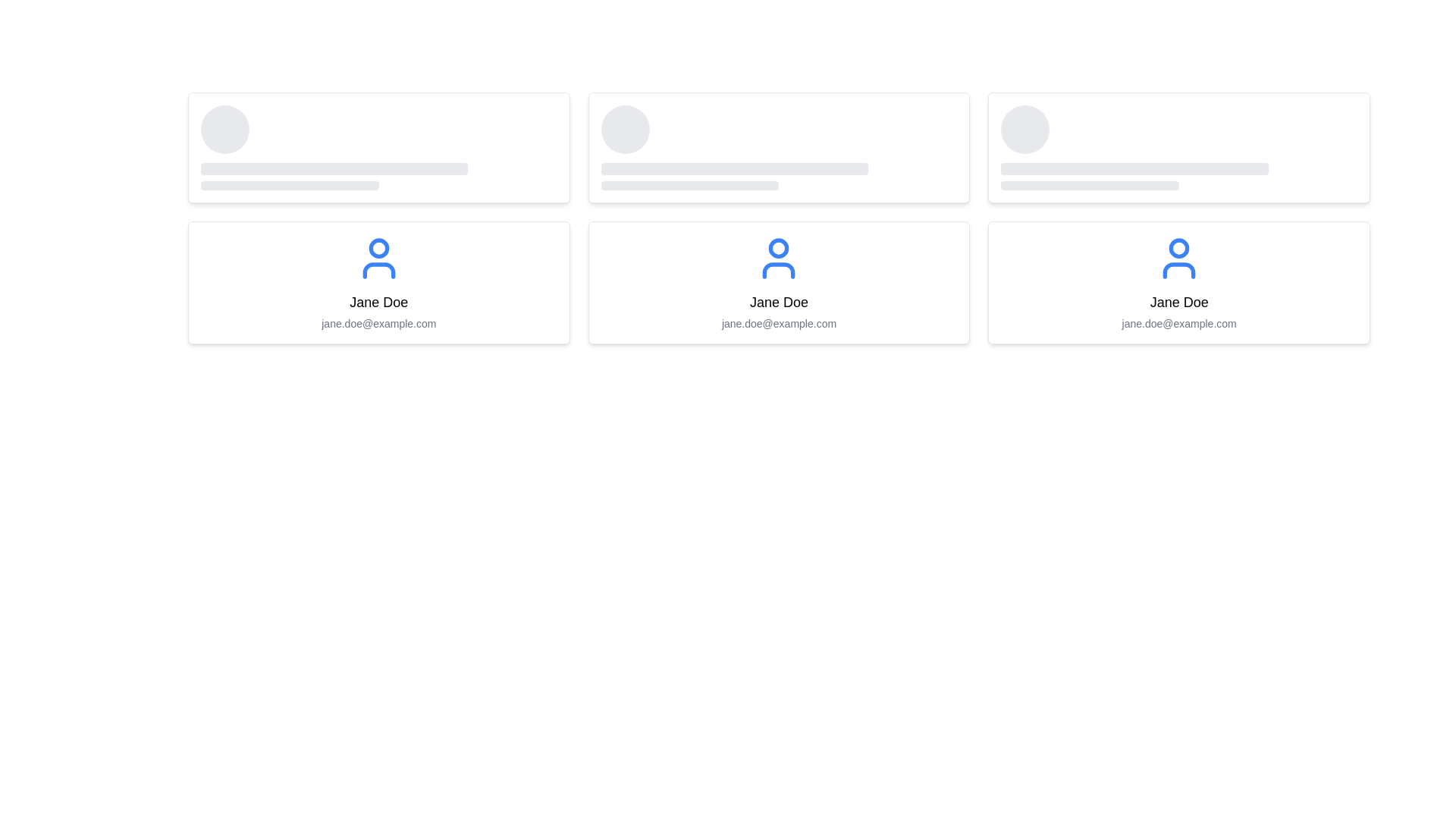 The width and height of the screenshot is (1456, 819). Describe the element at coordinates (1178, 247) in the screenshot. I see `the circular head area of the 'user' icon located in the third card of the second row` at that location.